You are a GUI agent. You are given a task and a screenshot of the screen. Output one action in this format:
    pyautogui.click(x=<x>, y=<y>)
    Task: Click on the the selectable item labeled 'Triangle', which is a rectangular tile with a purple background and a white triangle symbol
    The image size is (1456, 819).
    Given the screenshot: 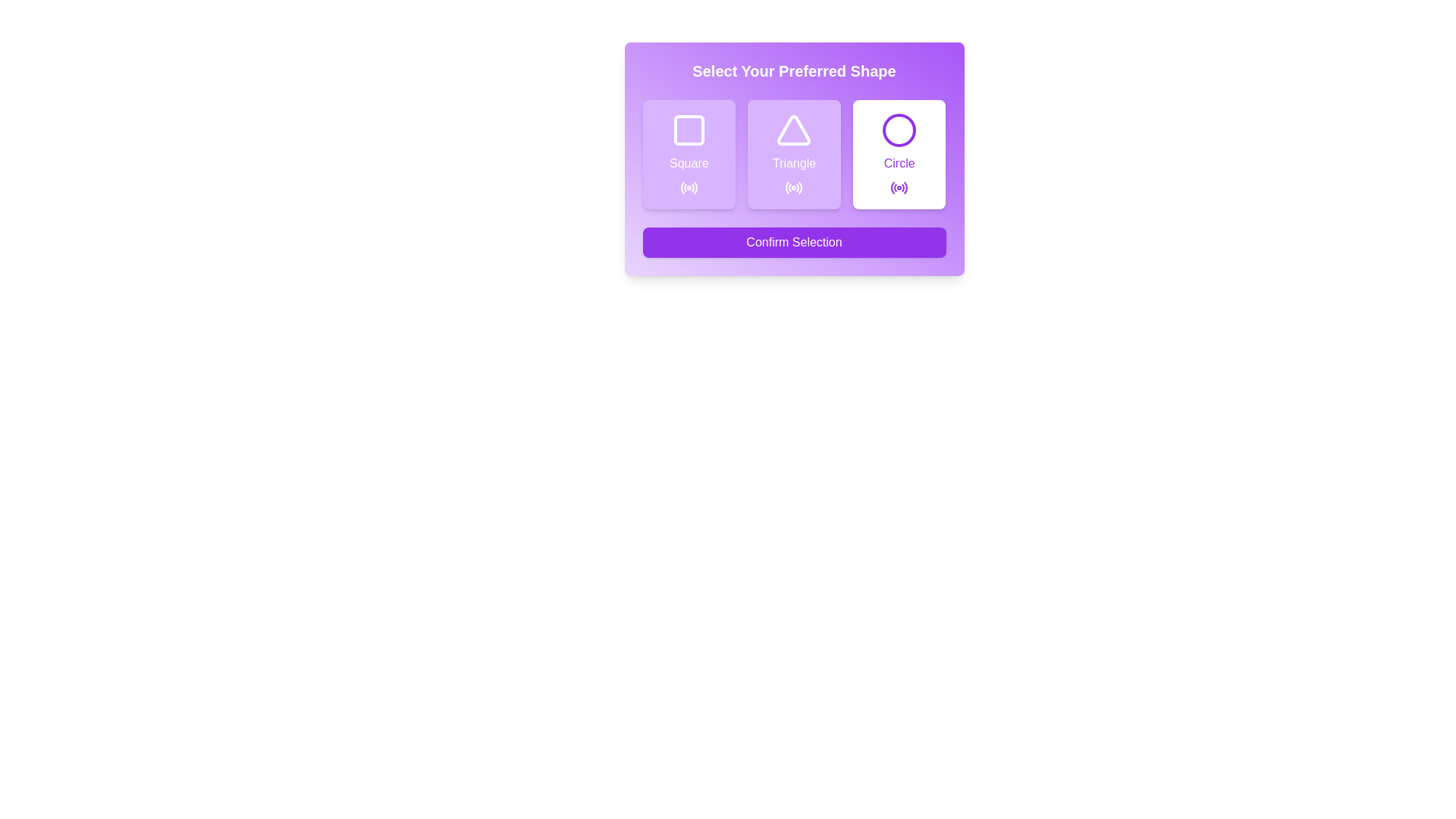 What is the action you would take?
    pyautogui.click(x=793, y=155)
    